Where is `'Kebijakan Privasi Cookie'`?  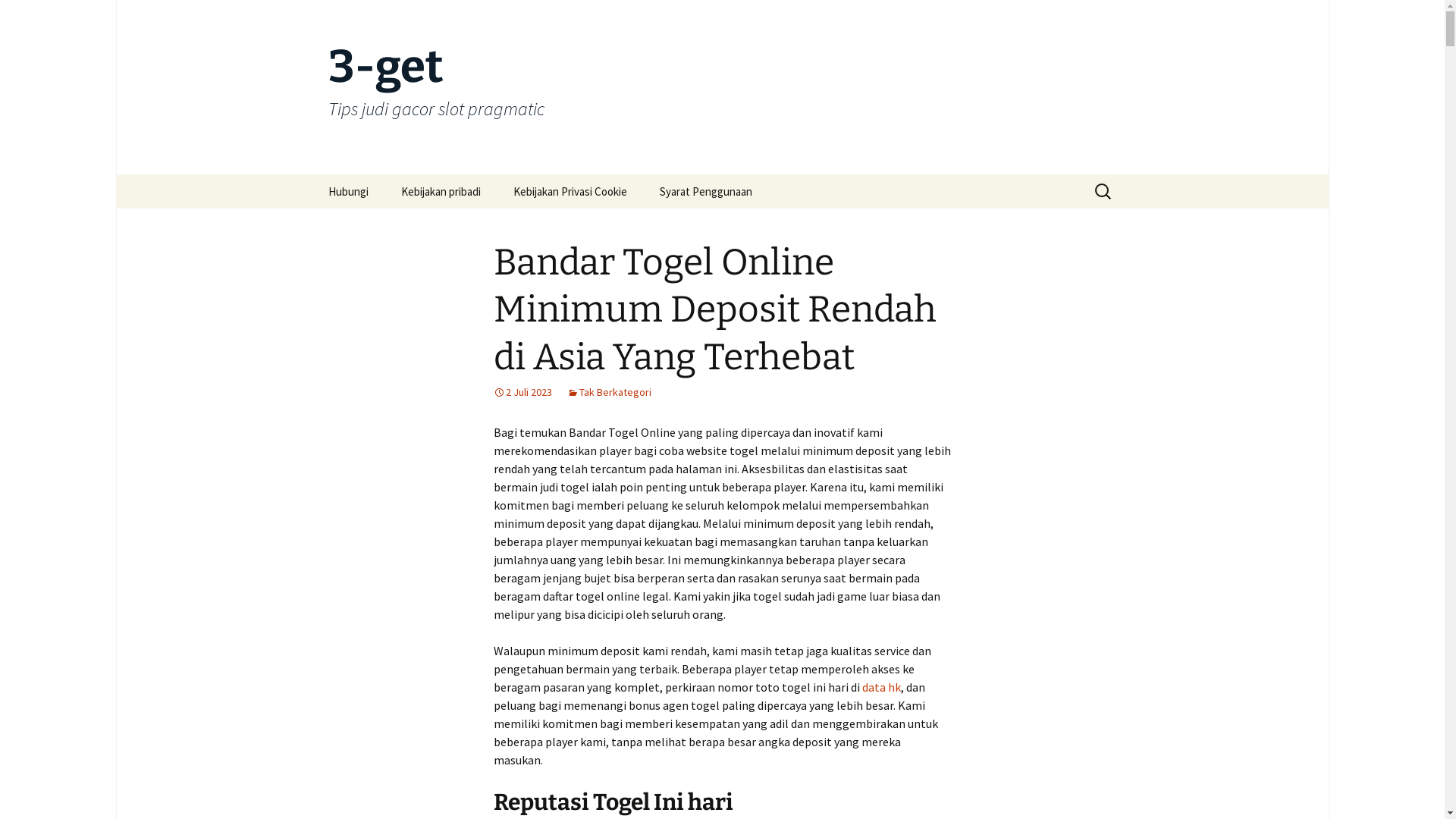 'Kebijakan Privasi Cookie' is located at coordinates (568, 190).